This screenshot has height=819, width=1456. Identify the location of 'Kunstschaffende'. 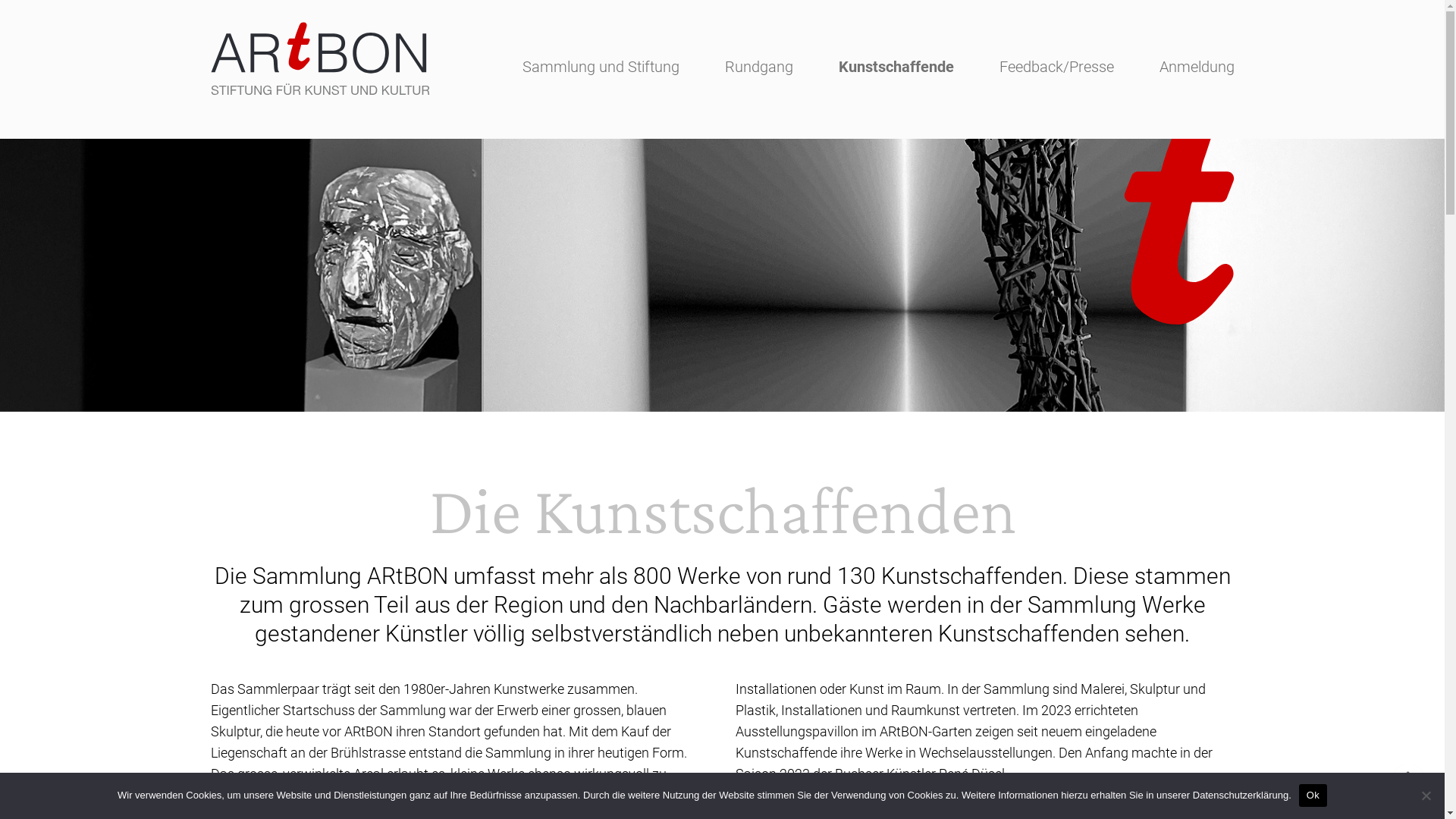
(896, 66).